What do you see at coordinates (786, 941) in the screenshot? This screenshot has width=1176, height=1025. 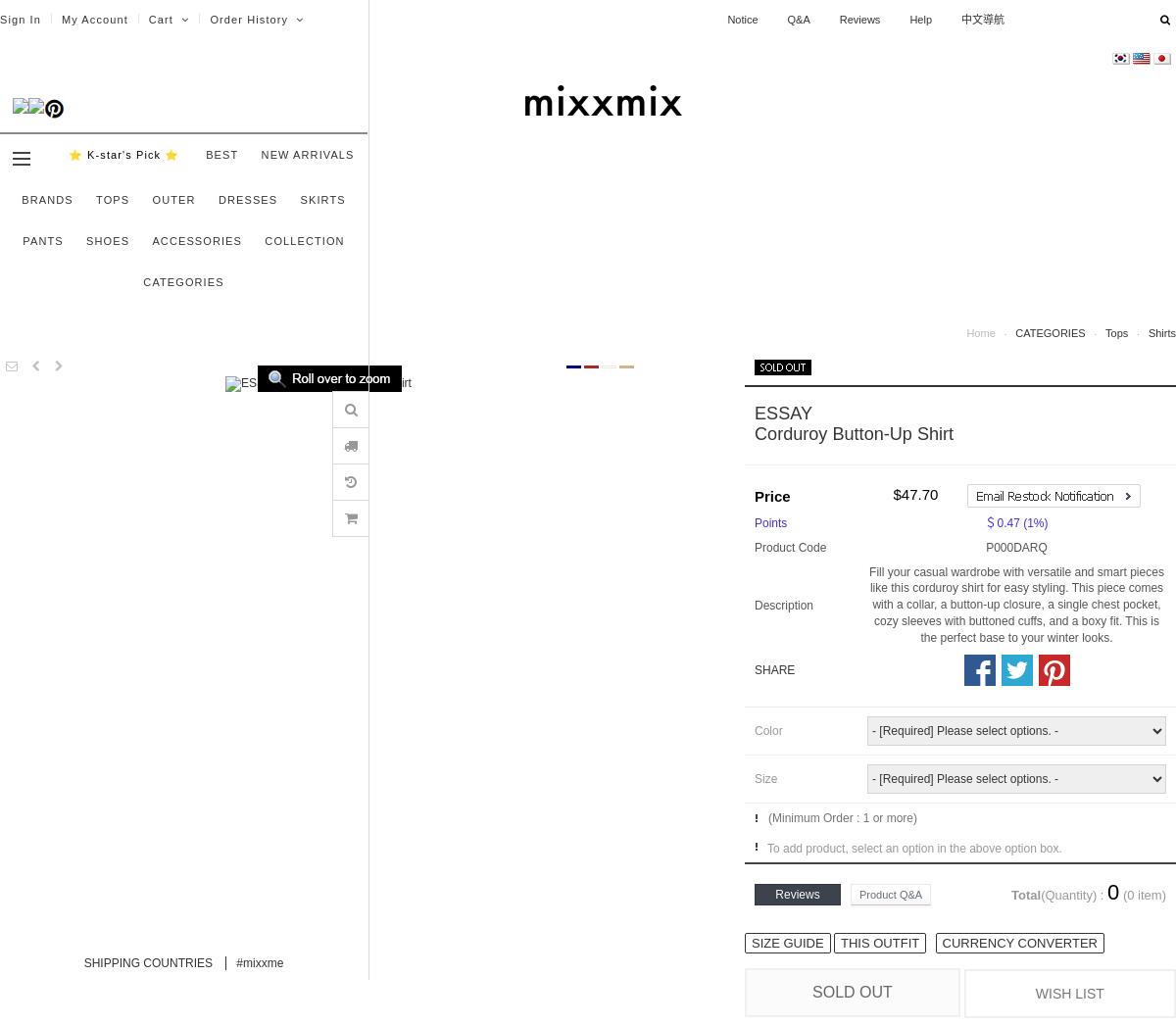 I see `'SIZE GUIDE'` at bounding box center [786, 941].